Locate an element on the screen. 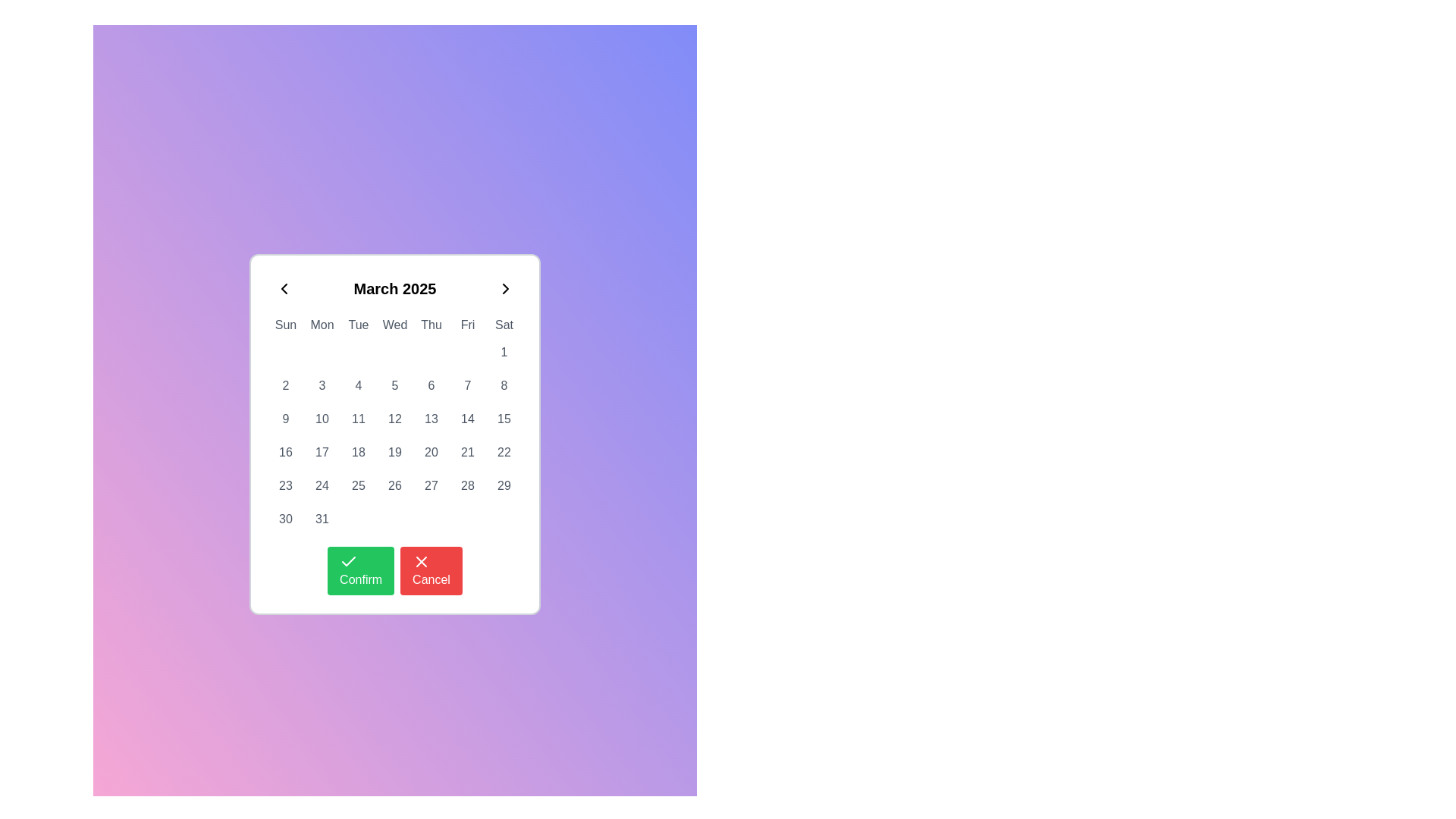 This screenshot has height=819, width=1456. the button labeled '31' in the bottom row of the calendar grid under the 'Sat' heading to activate the background effect is located at coordinates (322, 519).